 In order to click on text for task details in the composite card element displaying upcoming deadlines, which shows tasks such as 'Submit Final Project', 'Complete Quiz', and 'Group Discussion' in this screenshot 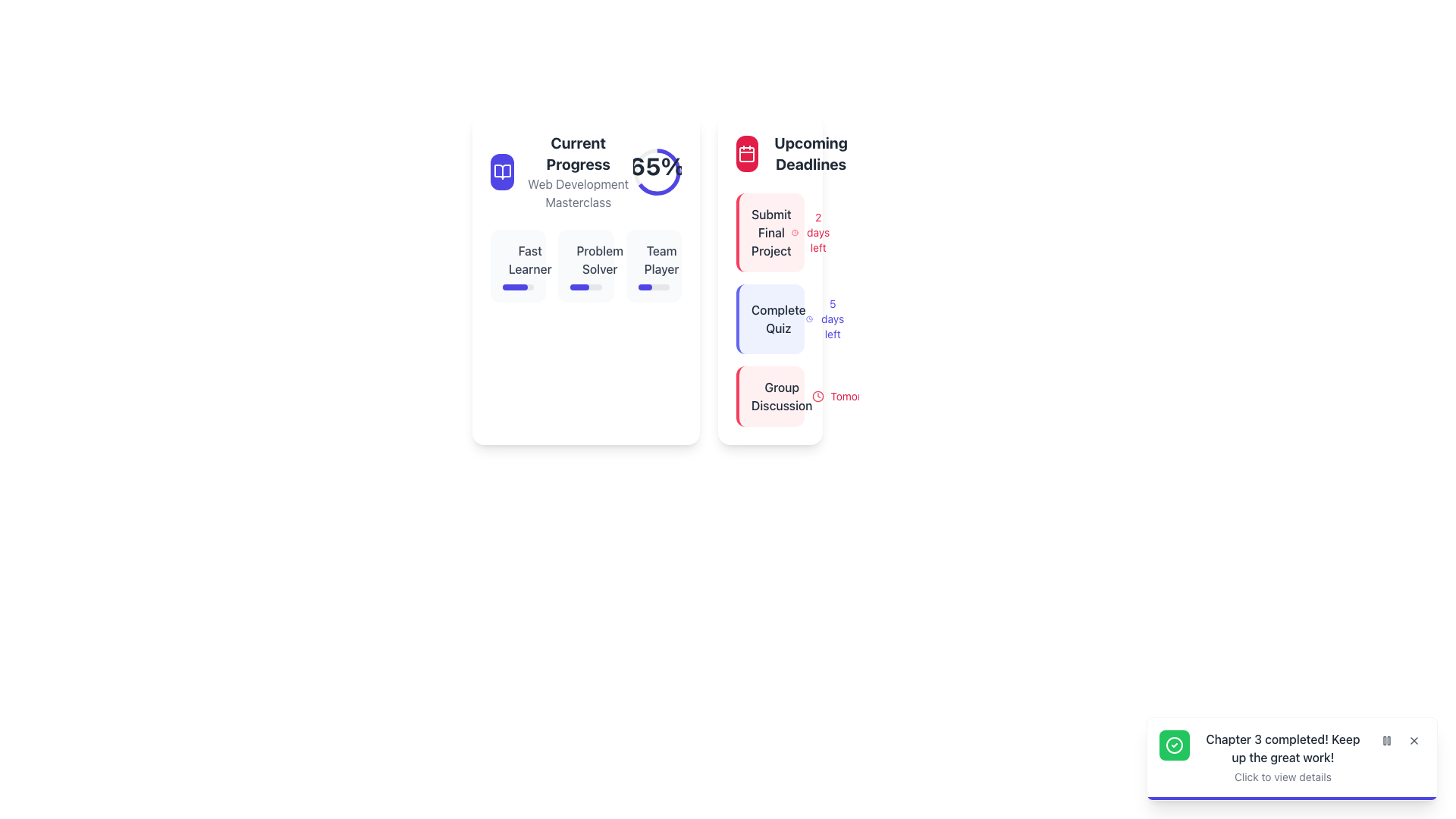, I will do `click(770, 309)`.